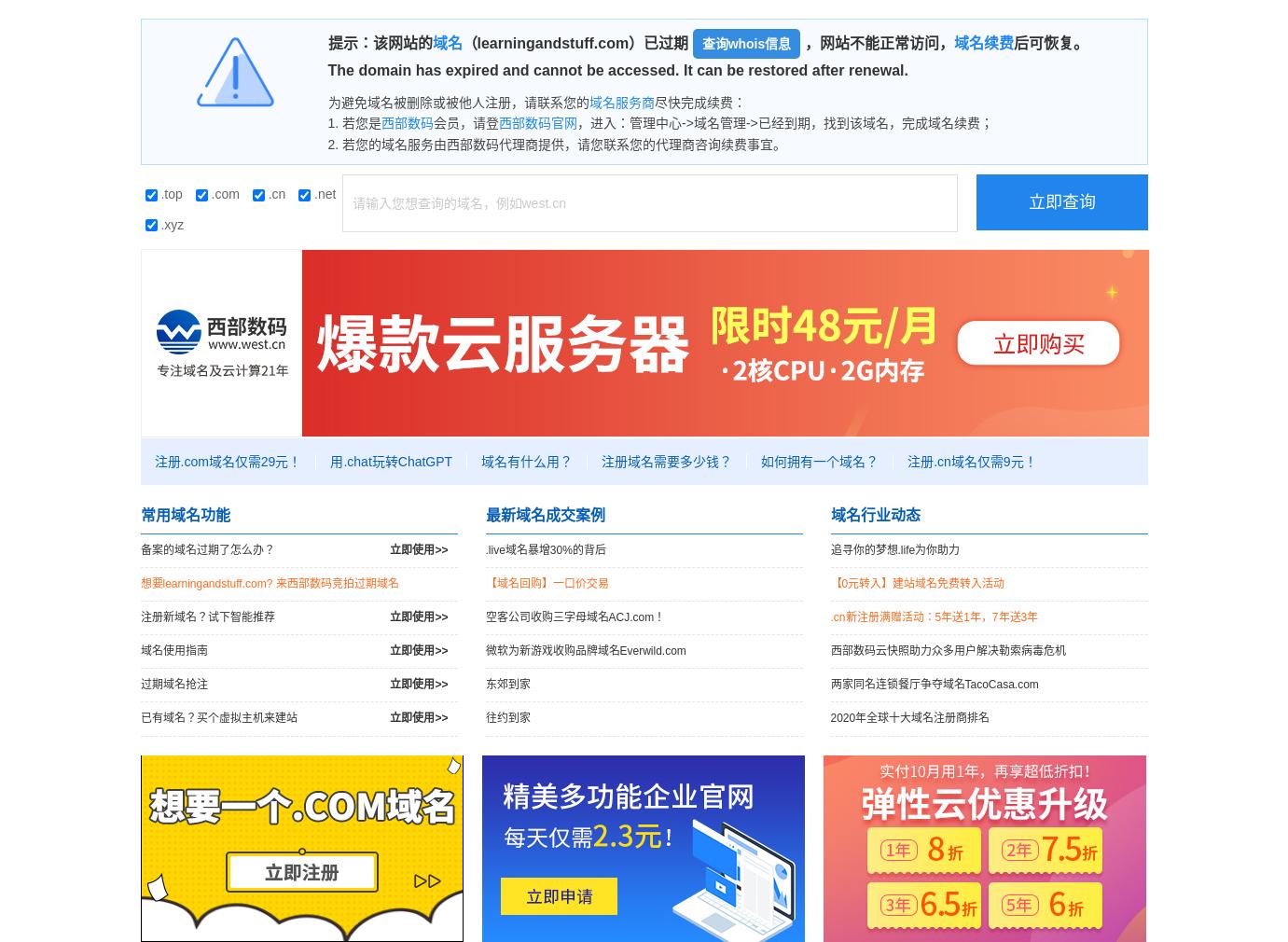  What do you see at coordinates (574, 616) in the screenshot?
I see `'空客公司收购三字母域名ACJ.com！'` at bounding box center [574, 616].